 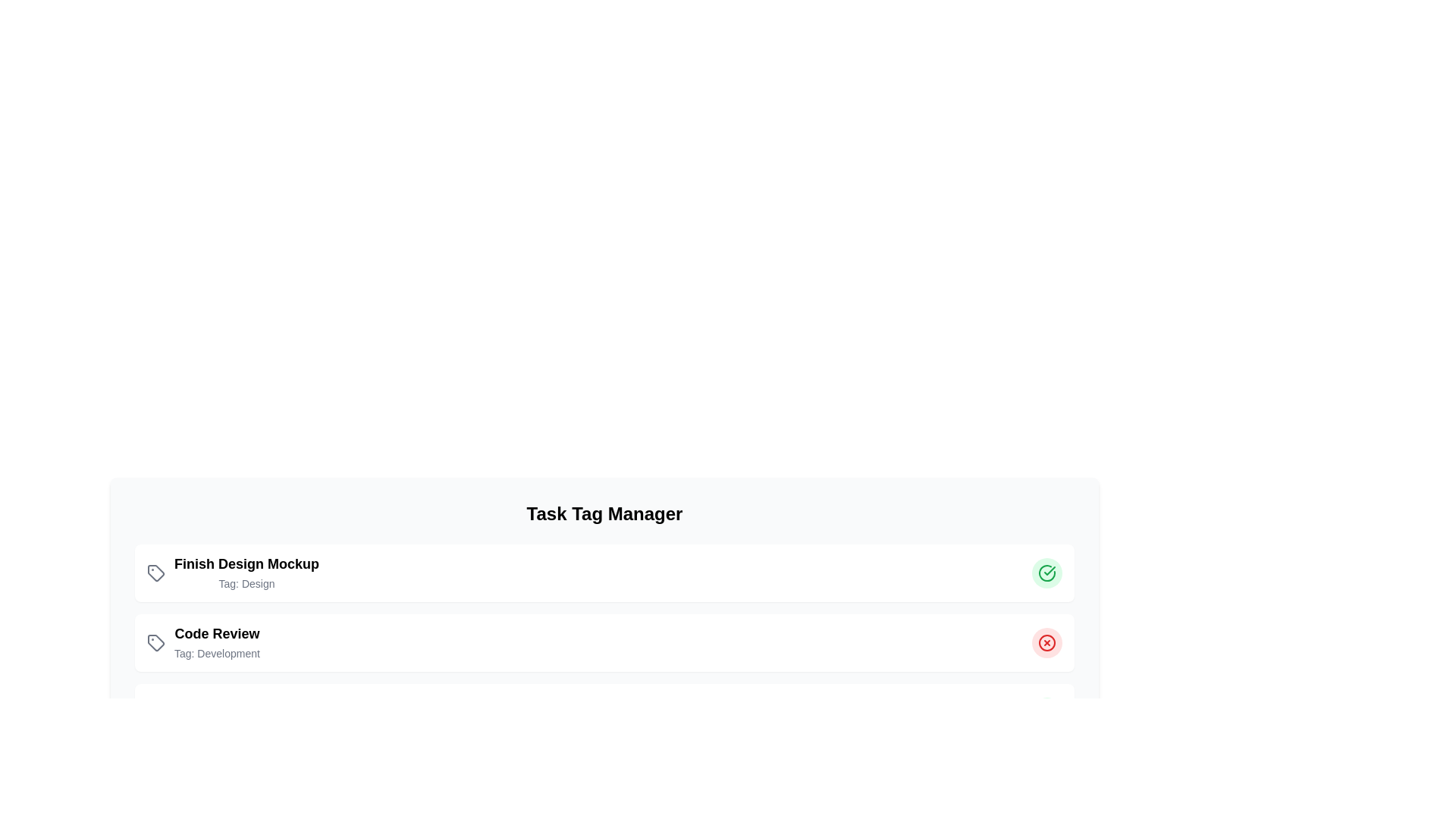 I want to click on the 'Code Review' task item, so click(x=202, y=643).